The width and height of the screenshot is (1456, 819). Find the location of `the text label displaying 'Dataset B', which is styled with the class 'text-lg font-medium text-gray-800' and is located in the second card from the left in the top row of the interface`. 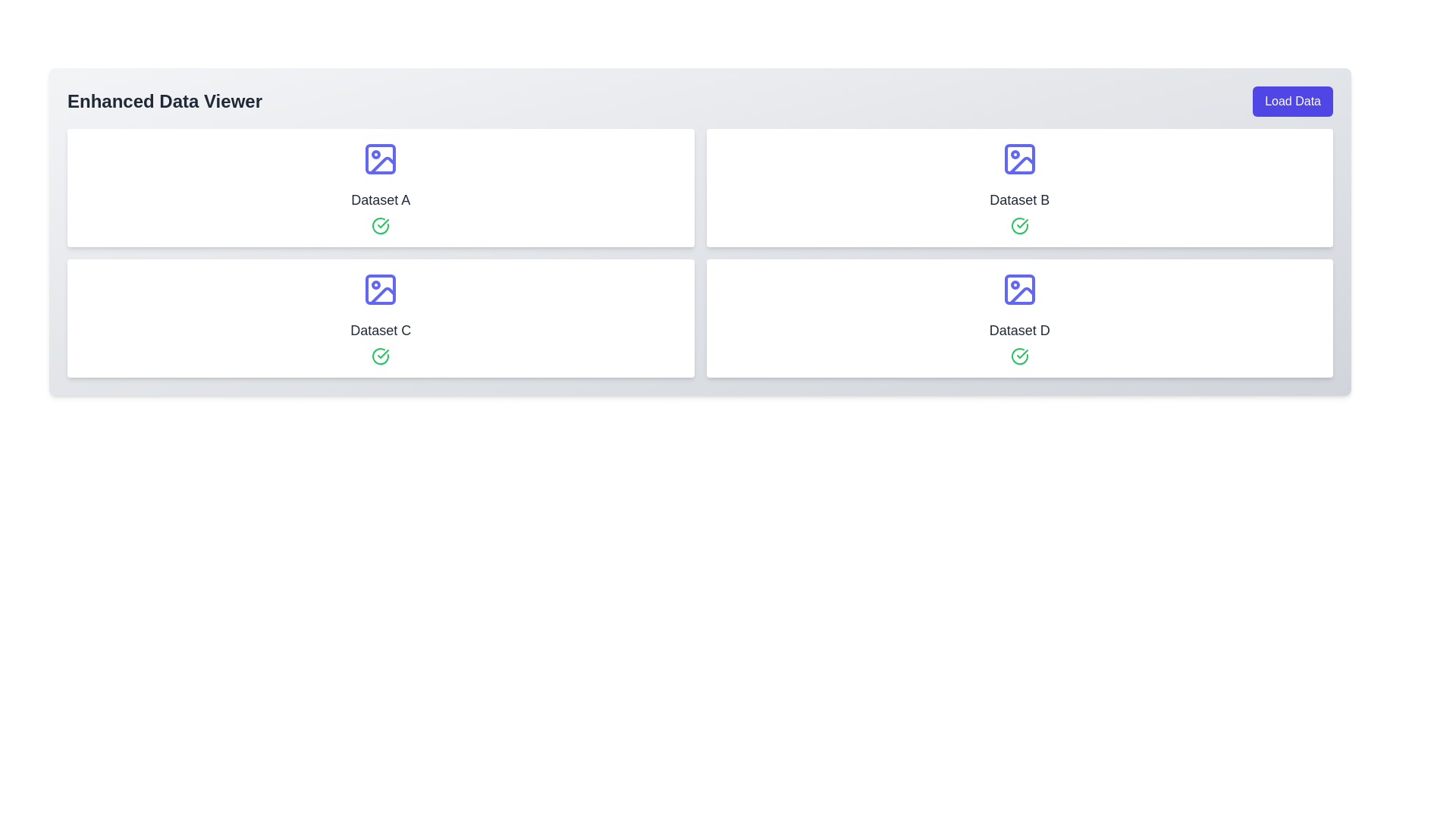

the text label displaying 'Dataset B', which is styled with the class 'text-lg font-medium text-gray-800' and is located in the second card from the left in the top row of the interface is located at coordinates (1019, 199).